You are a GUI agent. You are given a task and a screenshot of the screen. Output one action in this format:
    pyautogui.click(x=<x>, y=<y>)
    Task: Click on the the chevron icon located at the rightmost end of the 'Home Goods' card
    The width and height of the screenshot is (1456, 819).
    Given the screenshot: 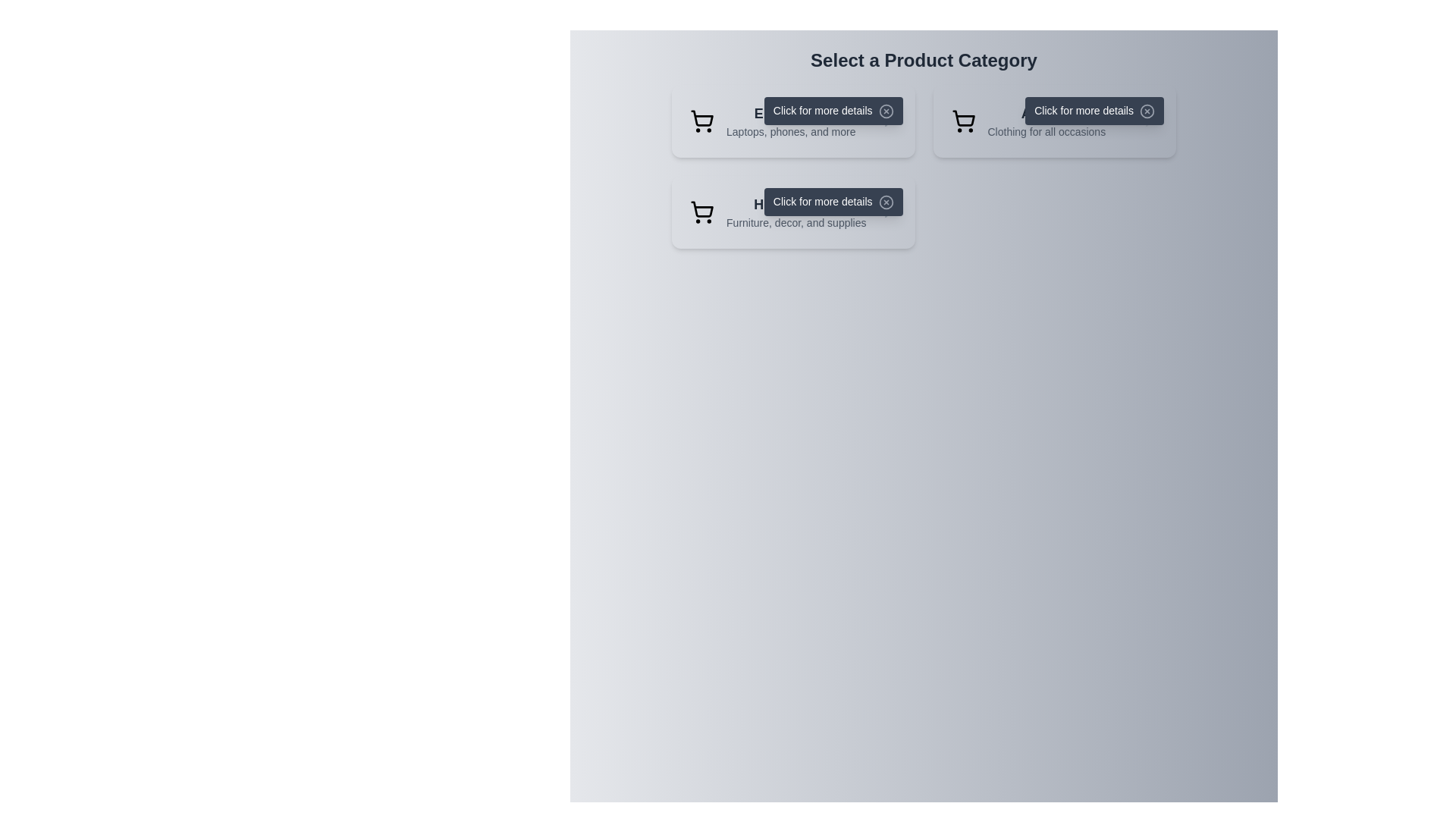 What is the action you would take?
    pyautogui.click(x=887, y=212)
    